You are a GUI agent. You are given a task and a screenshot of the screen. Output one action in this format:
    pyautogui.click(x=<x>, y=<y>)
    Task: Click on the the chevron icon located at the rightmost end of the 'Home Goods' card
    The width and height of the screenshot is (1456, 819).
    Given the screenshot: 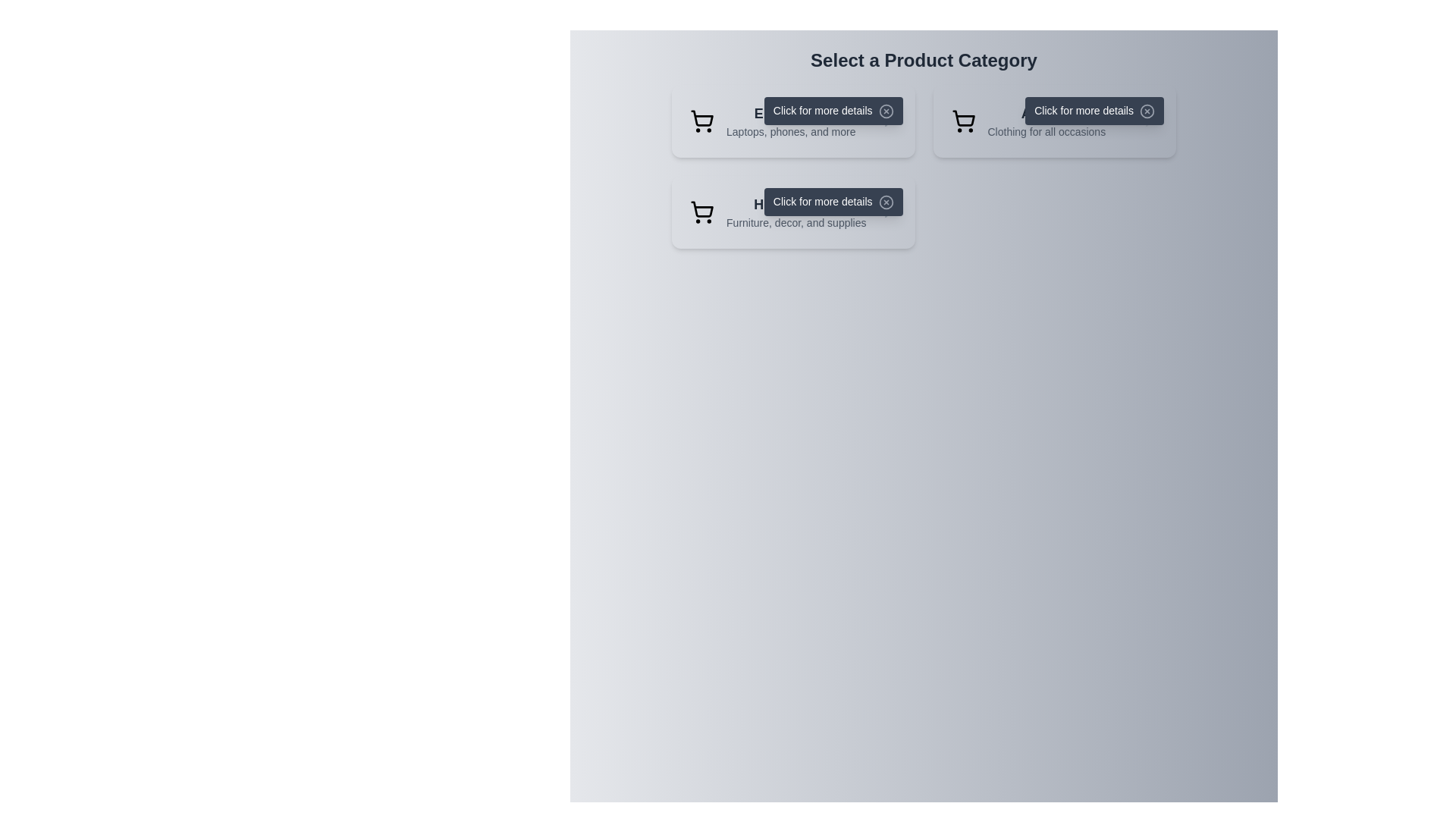 What is the action you would take?
    pyautogui.click(x=887, y=212)
    